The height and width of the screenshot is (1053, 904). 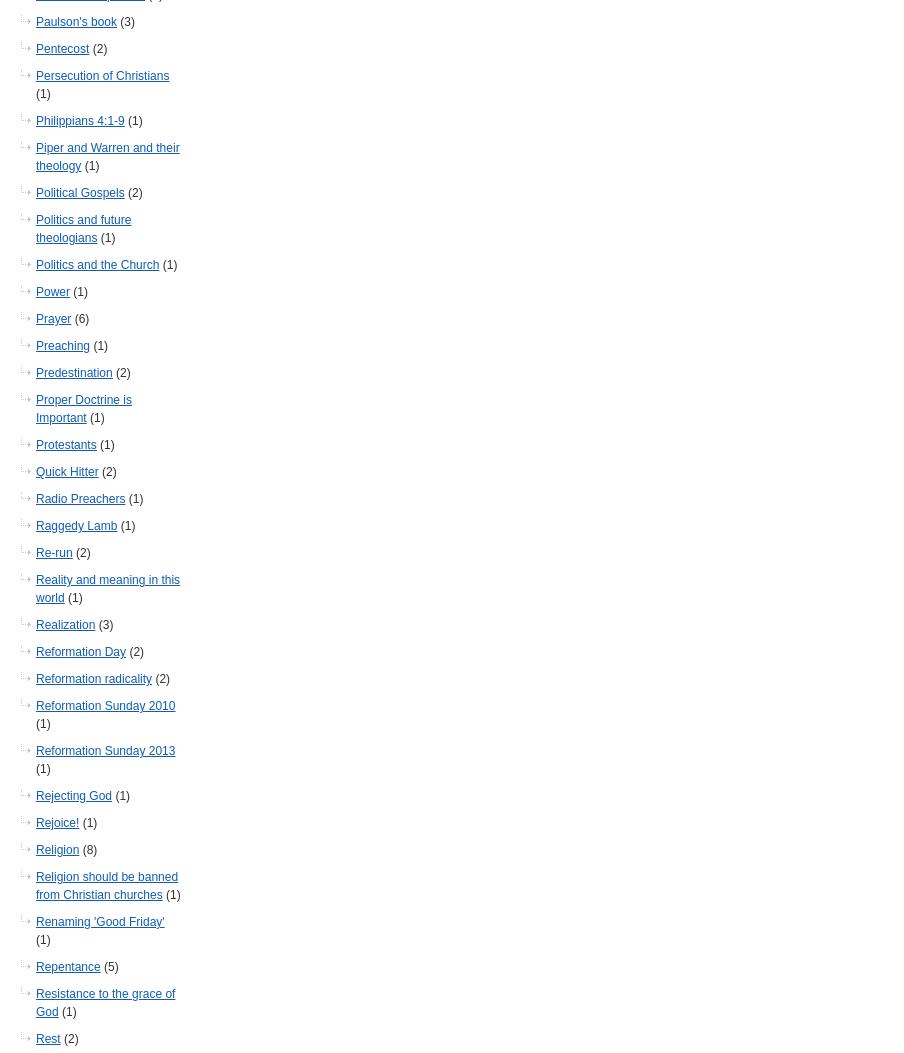 I want to click on 'Reformation Sunday 2010', so click(x=105, y=706).